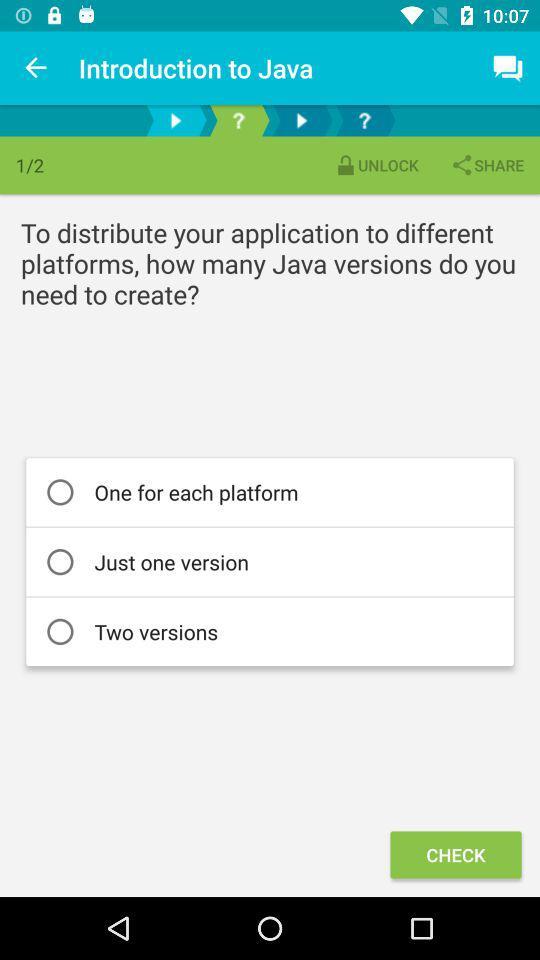 Image resolution: width=540 pixels, height=960 pixels. Describe the element at coordinates (455, 853) in the screenshot. I see `the check` at that location.